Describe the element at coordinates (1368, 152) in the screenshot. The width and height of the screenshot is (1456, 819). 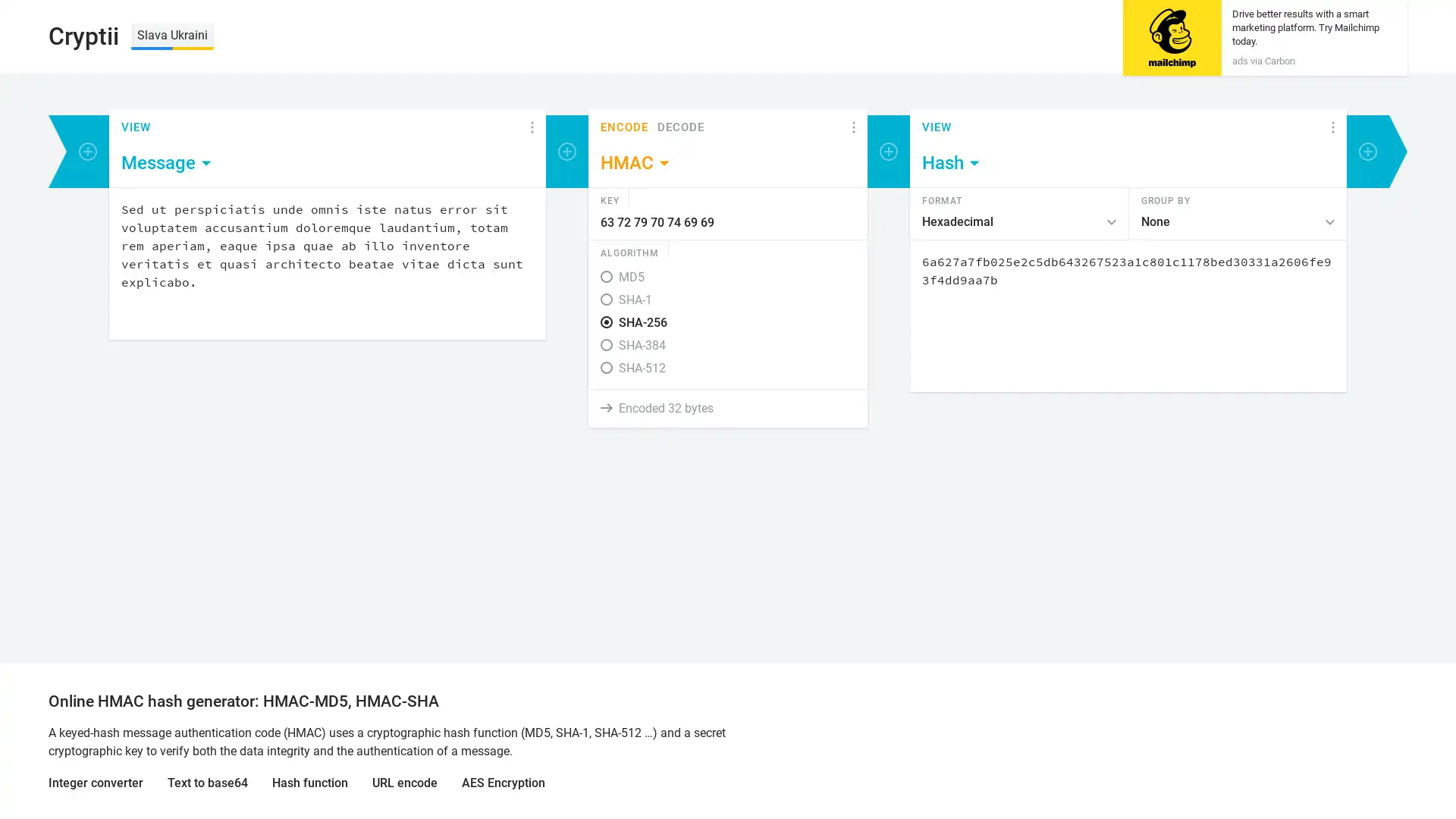
I see `Add encoder or viewer` at that location.